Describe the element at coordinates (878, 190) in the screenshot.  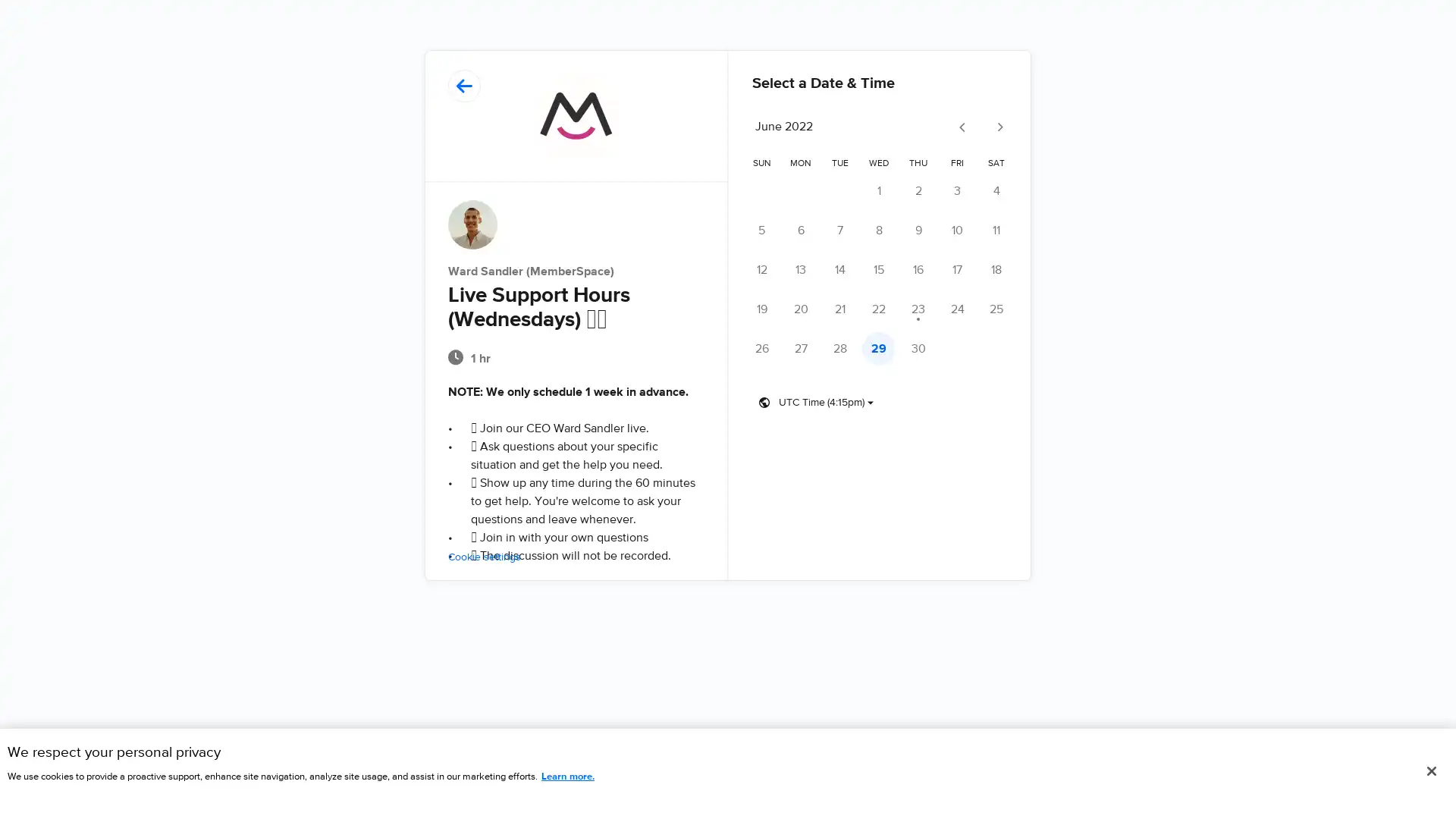
I see `Wednesday, June 1 - No times available` at that location.